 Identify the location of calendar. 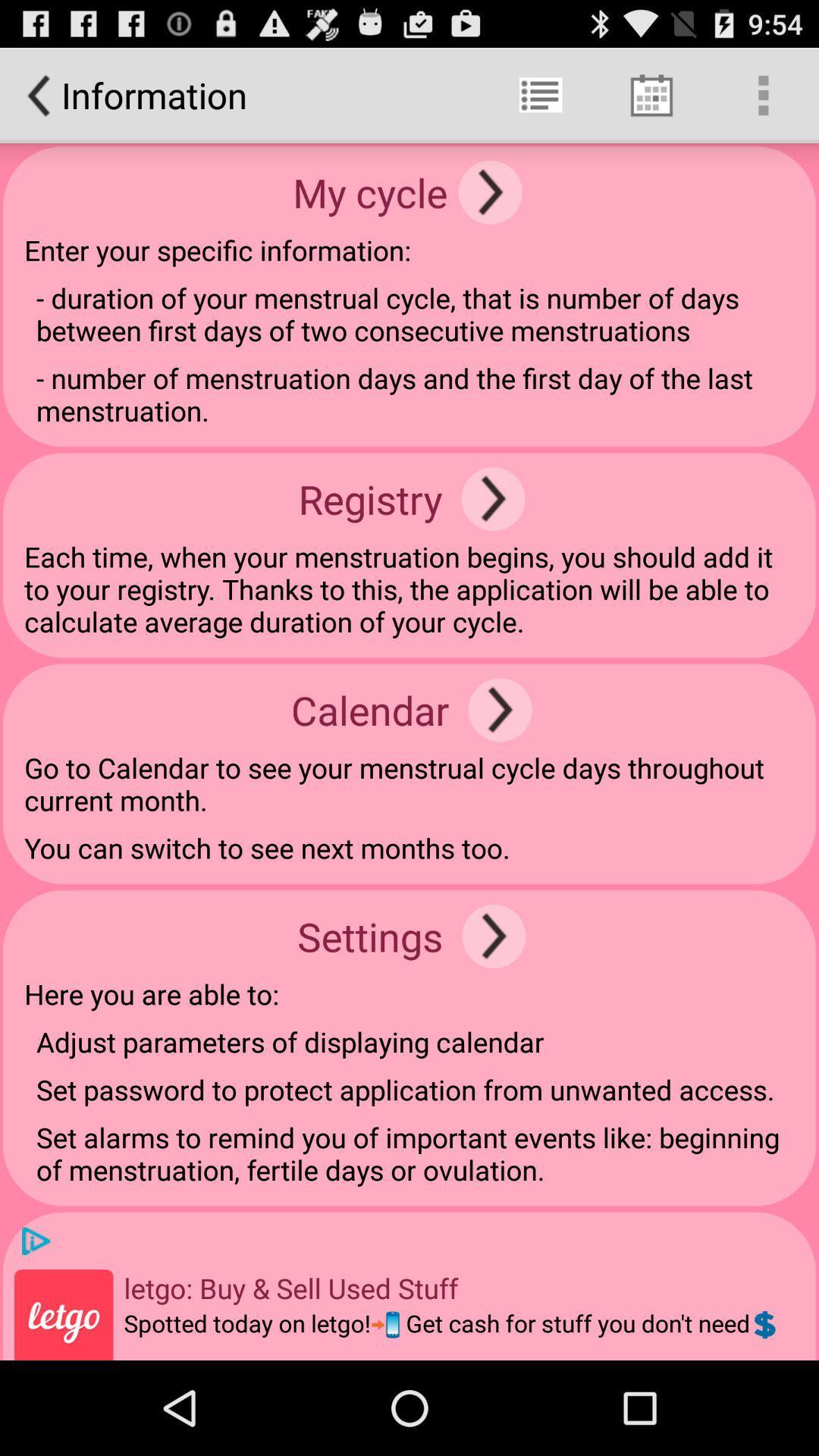
(500, 709).